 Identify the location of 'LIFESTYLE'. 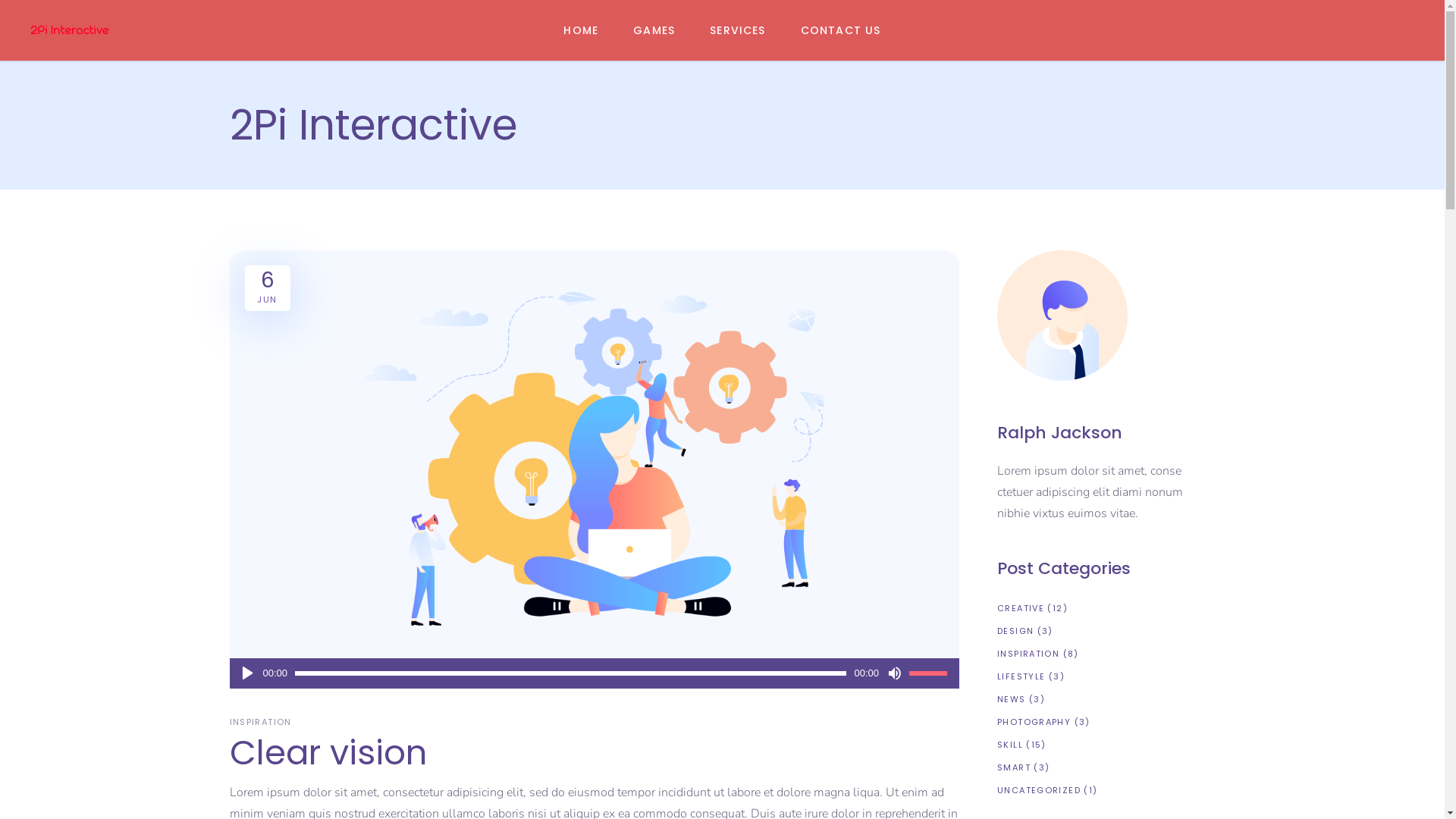
(997, 675).